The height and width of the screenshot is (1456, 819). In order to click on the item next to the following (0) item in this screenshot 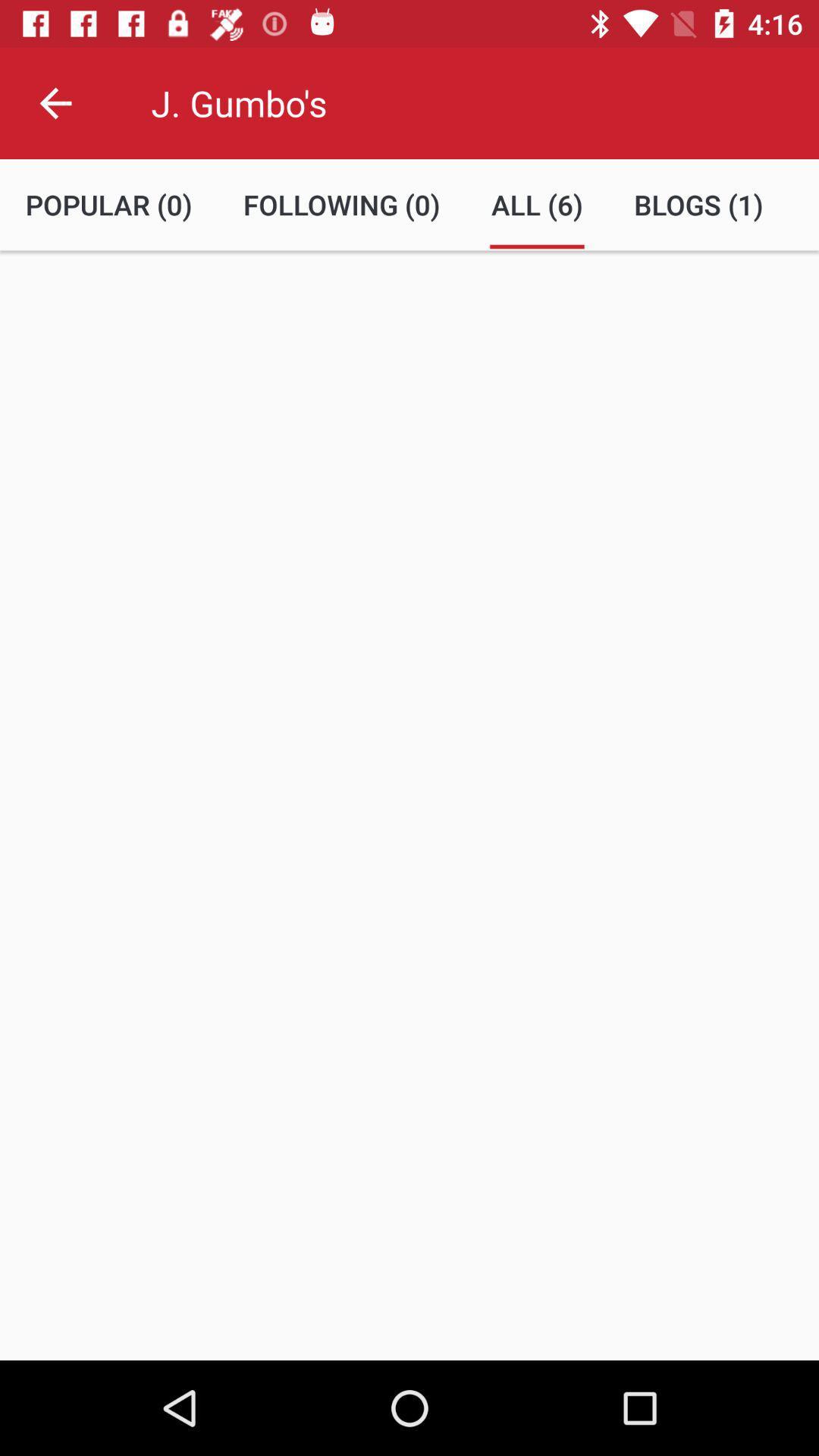, I will do `click(108, 204)`.